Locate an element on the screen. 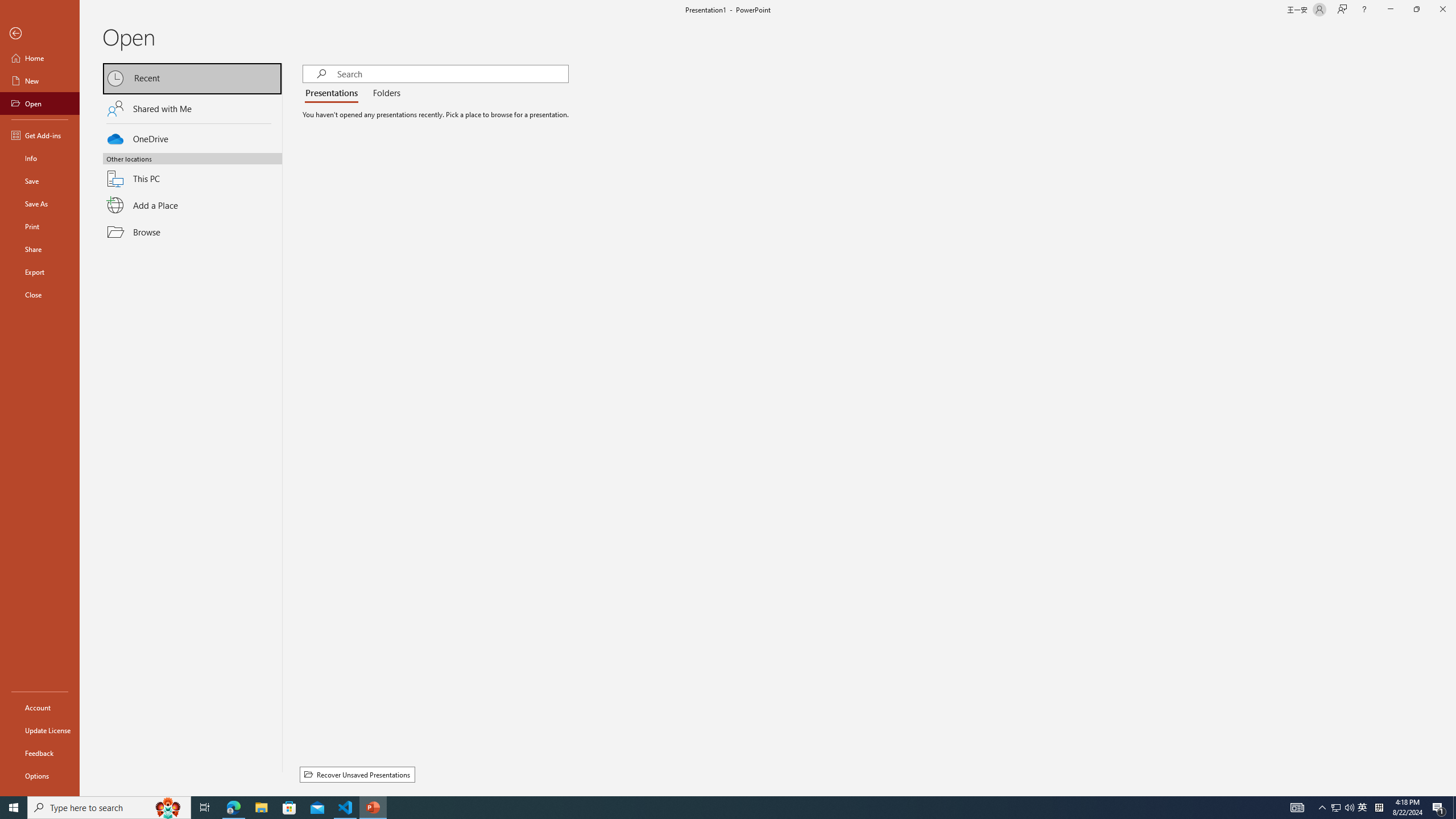 This screenshot has height=819, width=1456. 'Recover Unsaved Presentations' is located at coordinates (357, 775).